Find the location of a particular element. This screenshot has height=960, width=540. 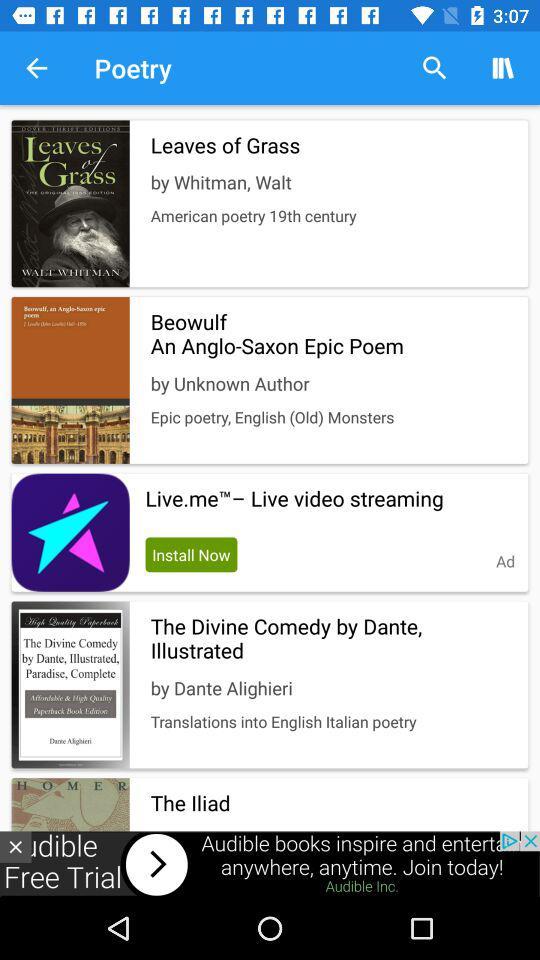

exit a advertisement is located at coordinates (14, 846).